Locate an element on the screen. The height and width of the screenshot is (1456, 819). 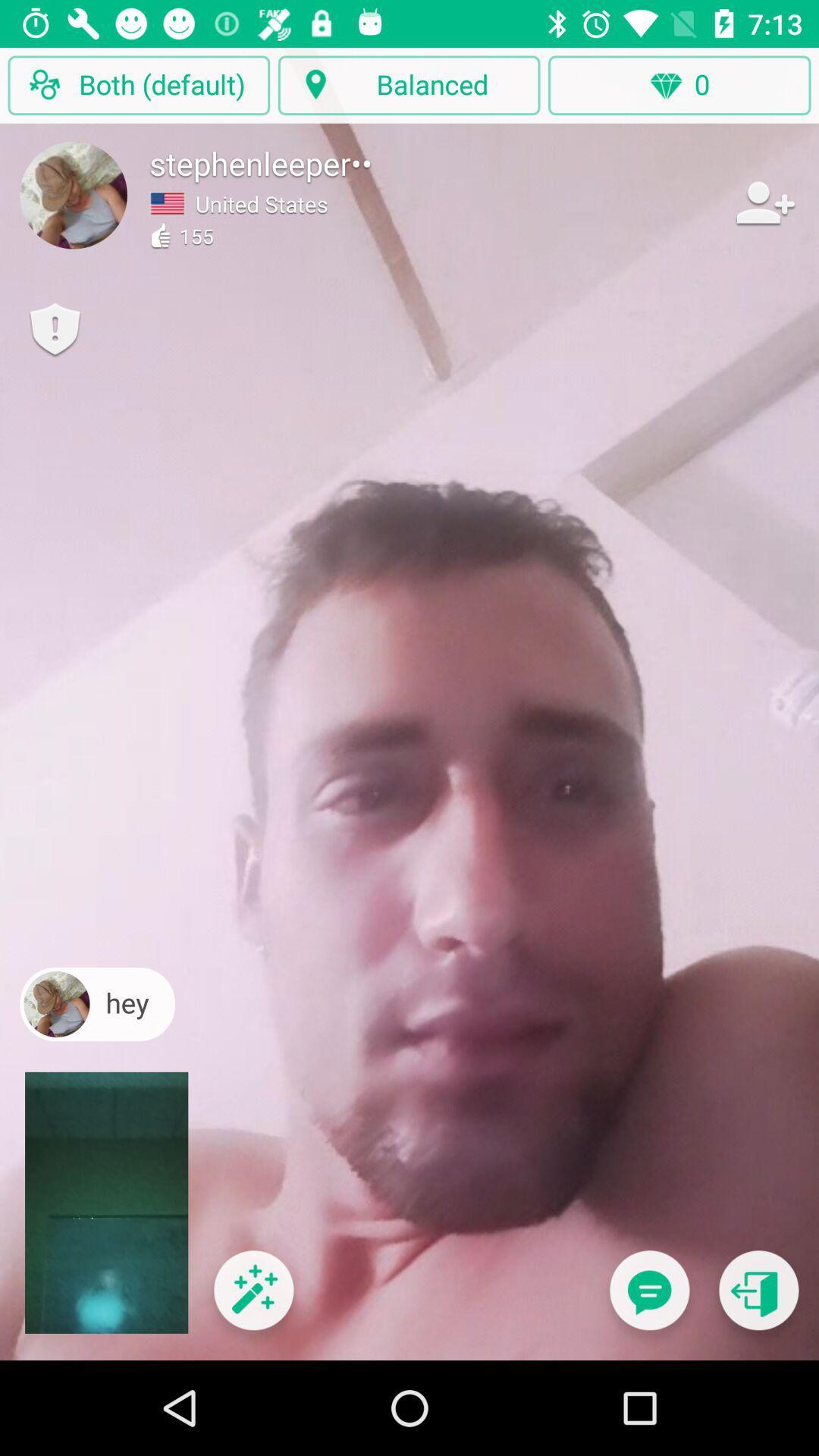
previous is located at coordinates (758, 1299).